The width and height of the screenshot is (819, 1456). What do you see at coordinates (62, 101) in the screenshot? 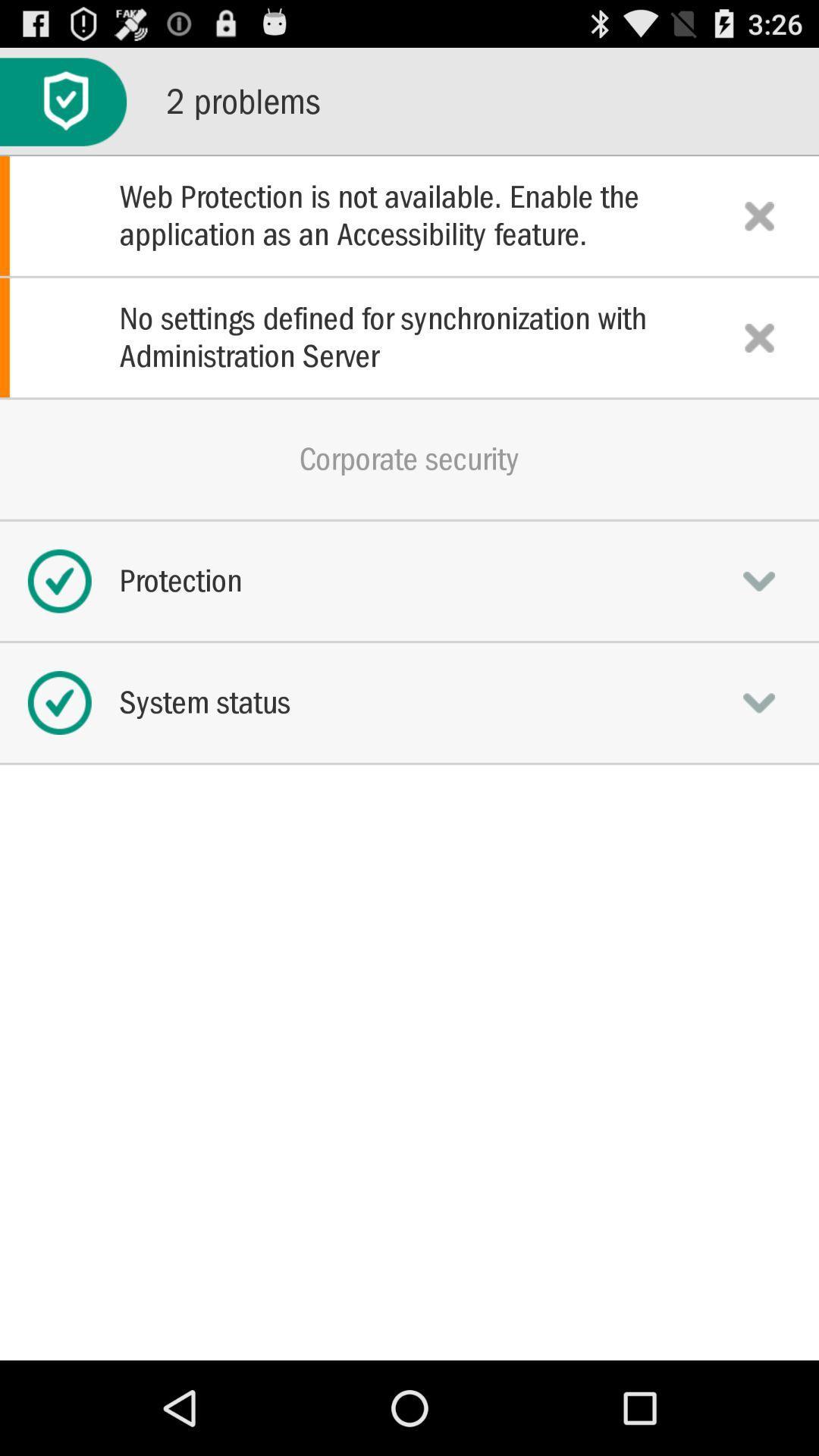
I see `app above web protection is icon` at bounding box center [62, 101].